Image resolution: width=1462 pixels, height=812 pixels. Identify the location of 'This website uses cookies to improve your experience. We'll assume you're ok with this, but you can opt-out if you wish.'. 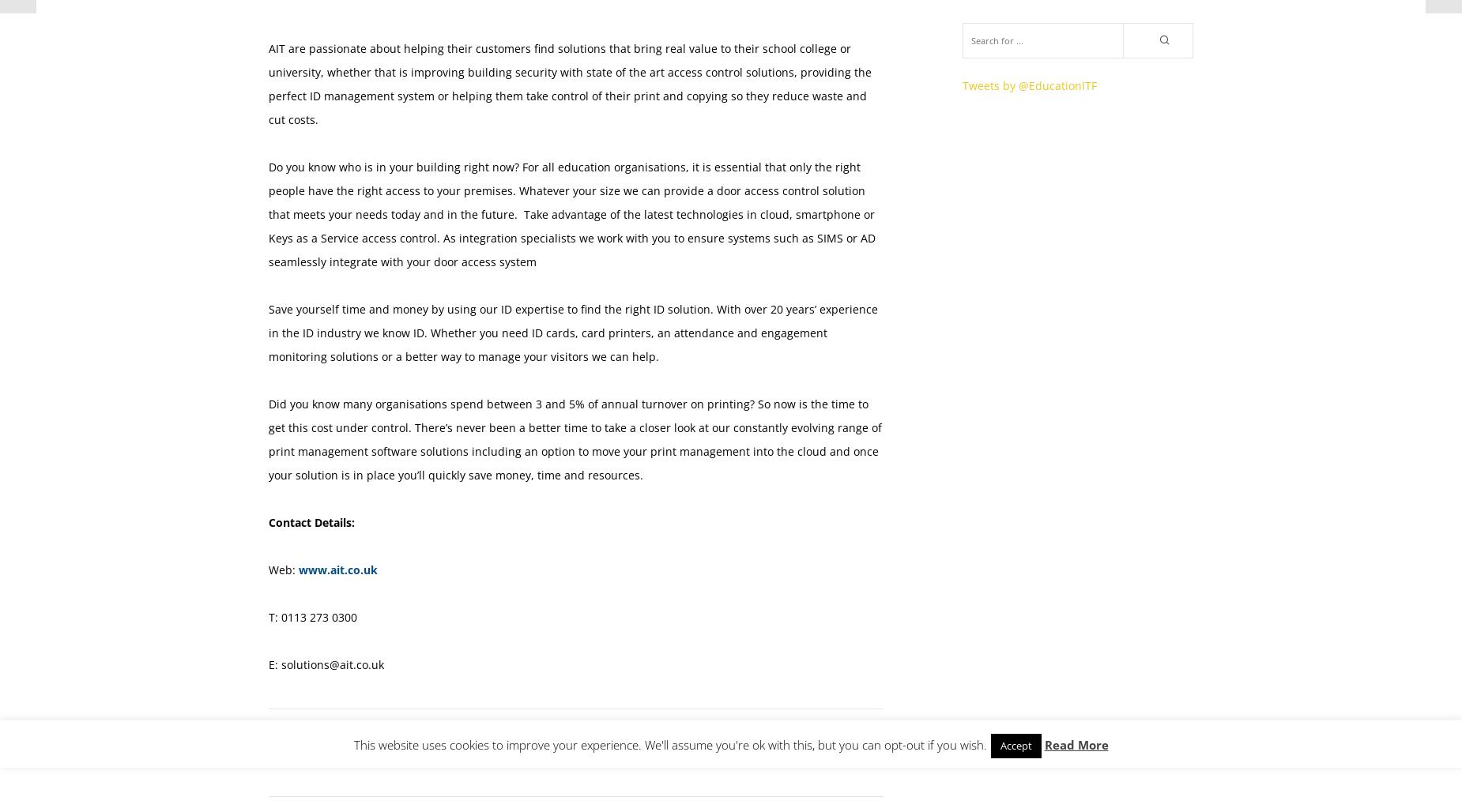
(352, 744).